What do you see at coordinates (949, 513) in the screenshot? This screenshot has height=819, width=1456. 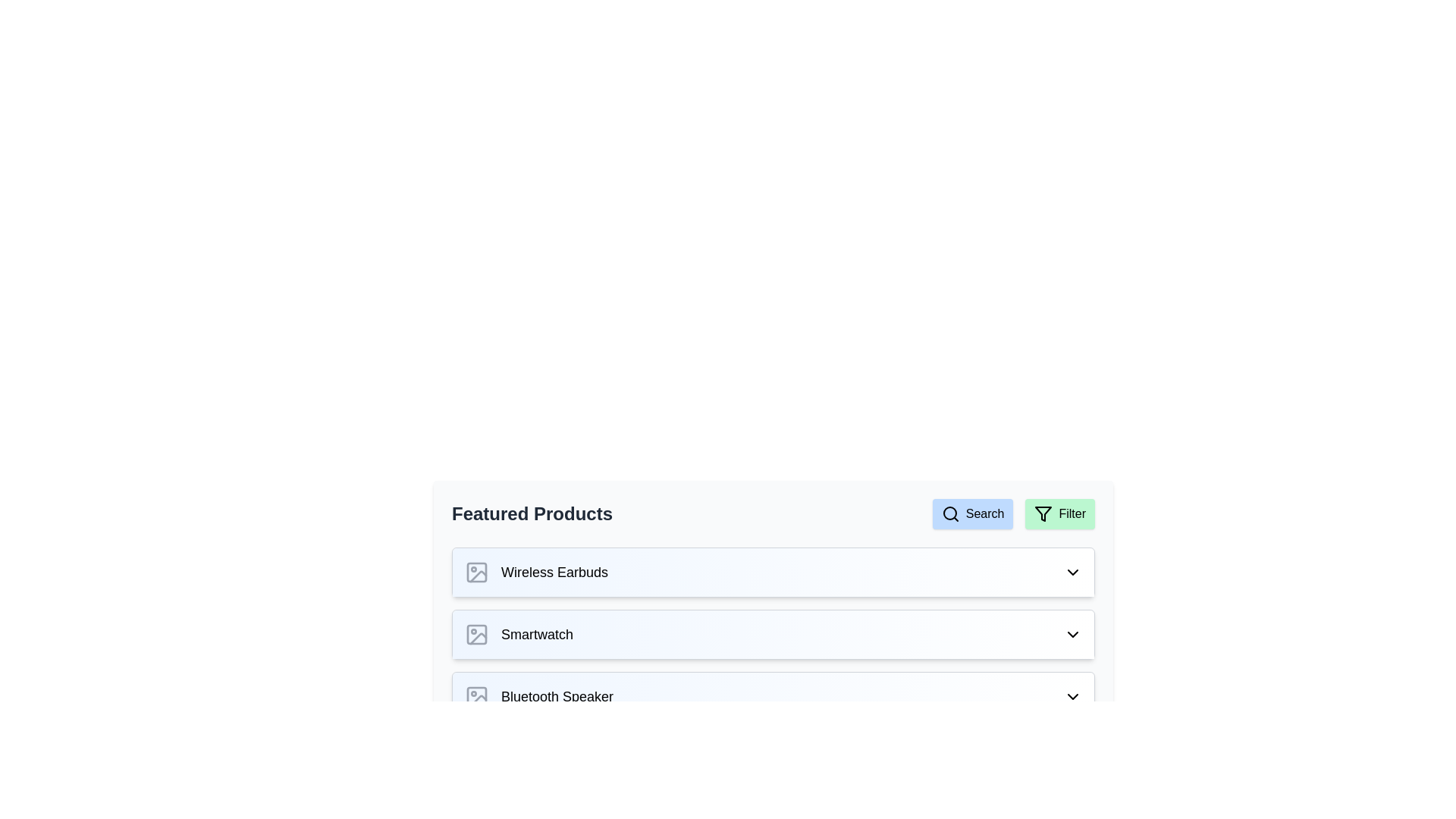 I see `the search icon, which is a magnifying glass located within a blue button labeled 'Search' at the top-right section of the content panel` at bounding box center [949, 513].